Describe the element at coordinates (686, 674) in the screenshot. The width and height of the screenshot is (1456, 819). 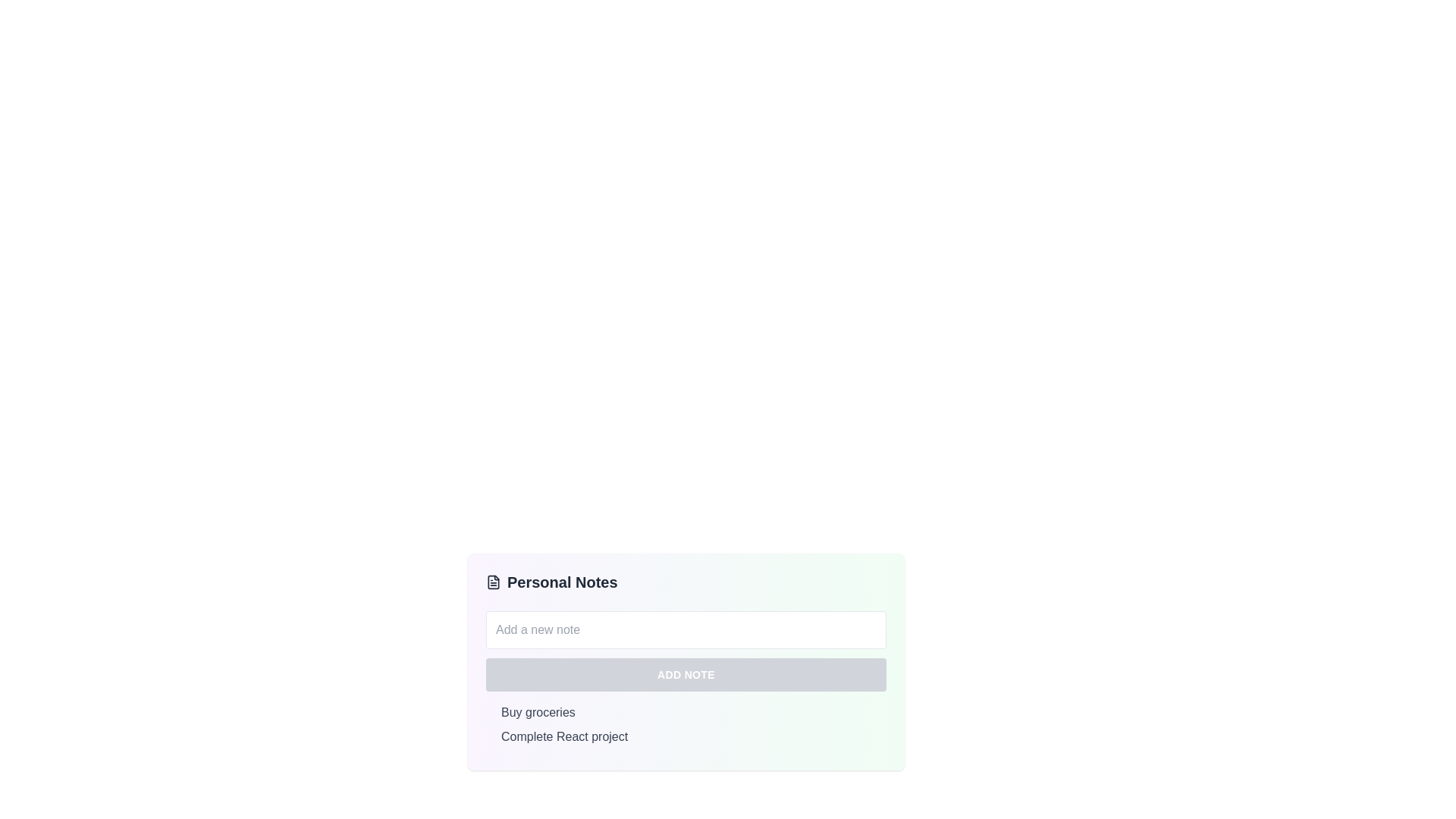
I see `the 'ADD NOTE' button, which is a rectangular button with a light gray background and bold uppercase white text, to observe any tooltip or style change` at that location.